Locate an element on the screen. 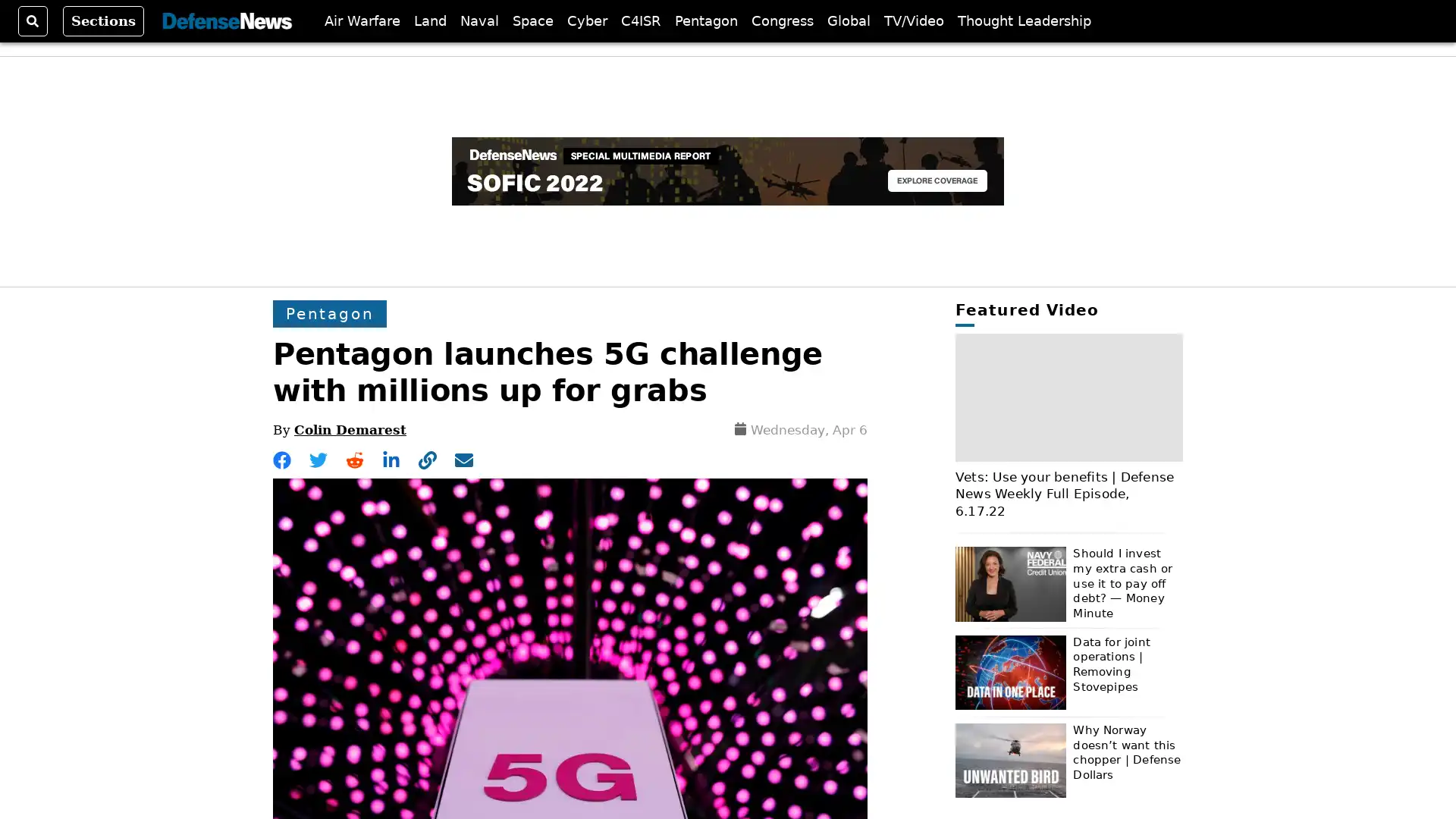  reddit is located at coordinates (353, 459).